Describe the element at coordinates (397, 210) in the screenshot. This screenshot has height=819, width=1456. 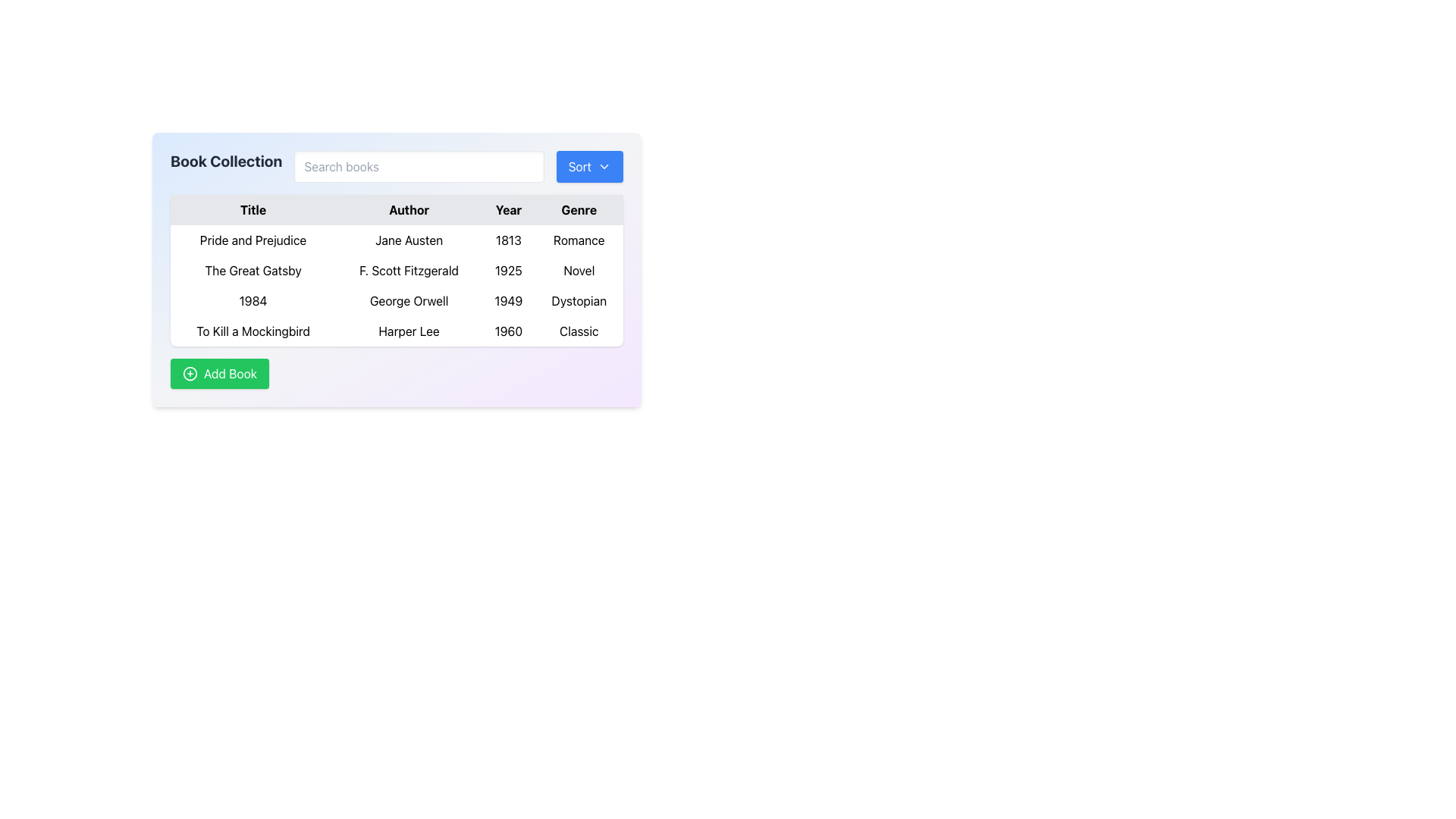
I see `text contents of the header row in the data table that includes column labels for 'Title', 'Author', 'Year', and 'Genre'` at that location.